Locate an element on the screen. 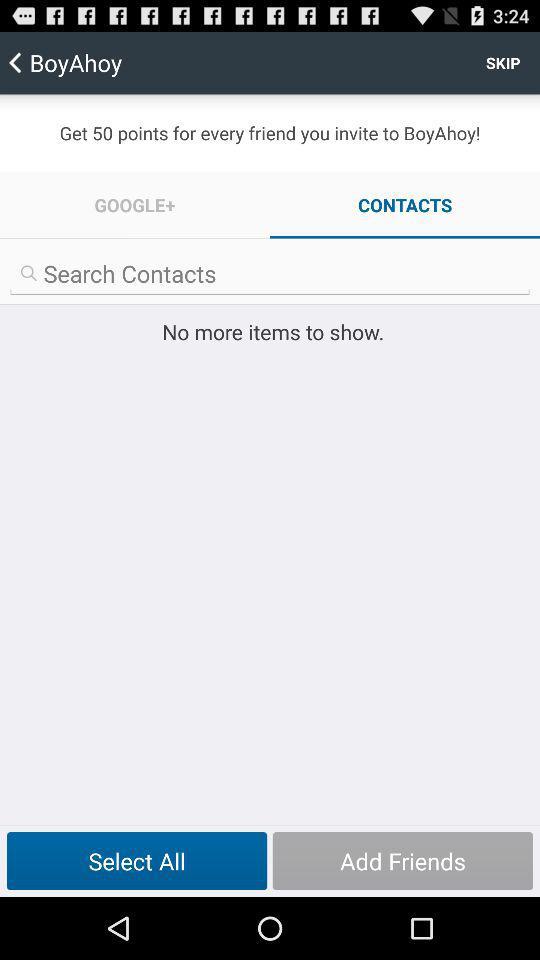 The height and width of the screenshot is (960, 540). the no more items is located at coordinates (270, 331).